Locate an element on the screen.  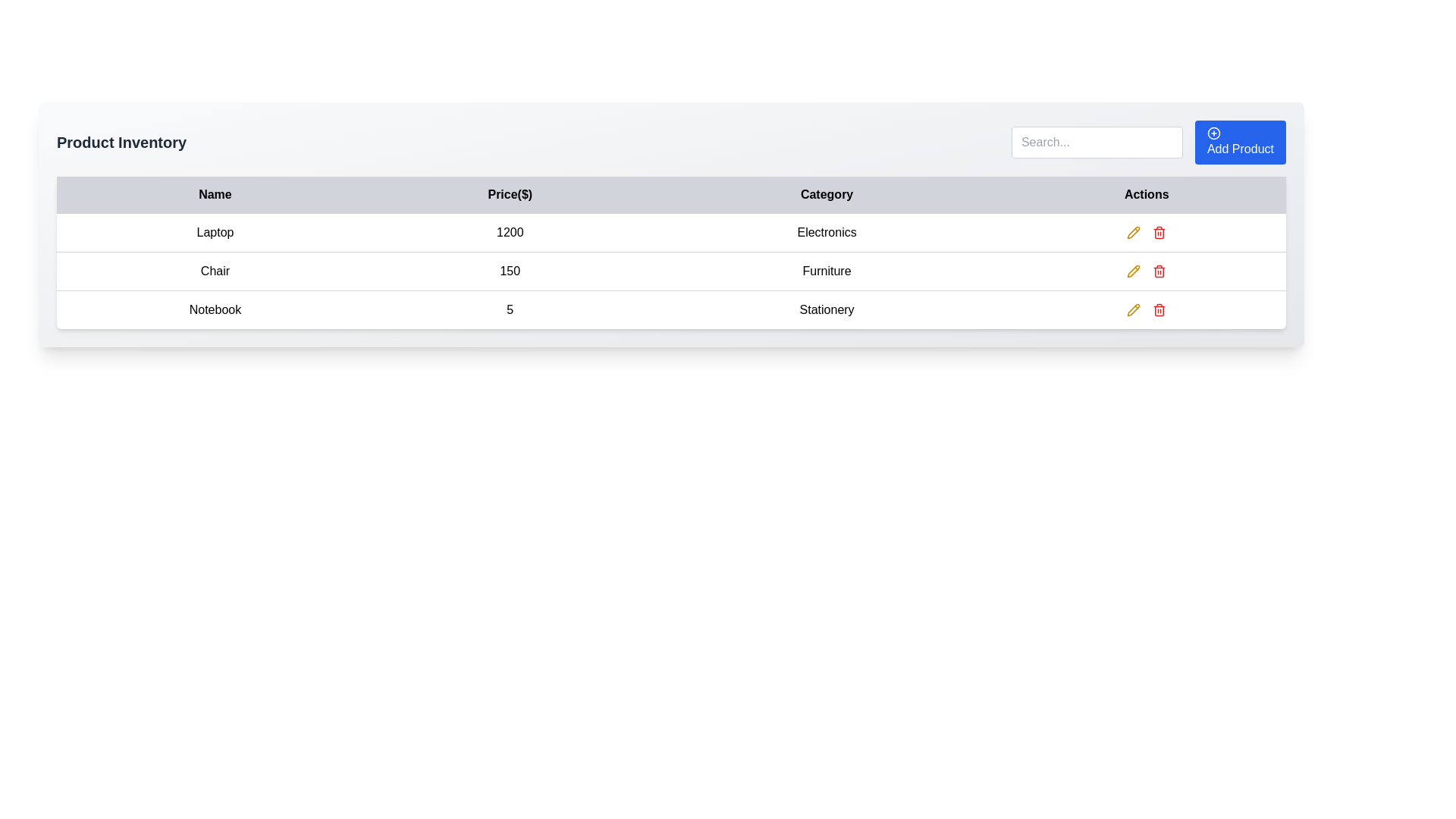
the last row of the table that contains the 'Notebook' item is located at coordinates (1147, 309).